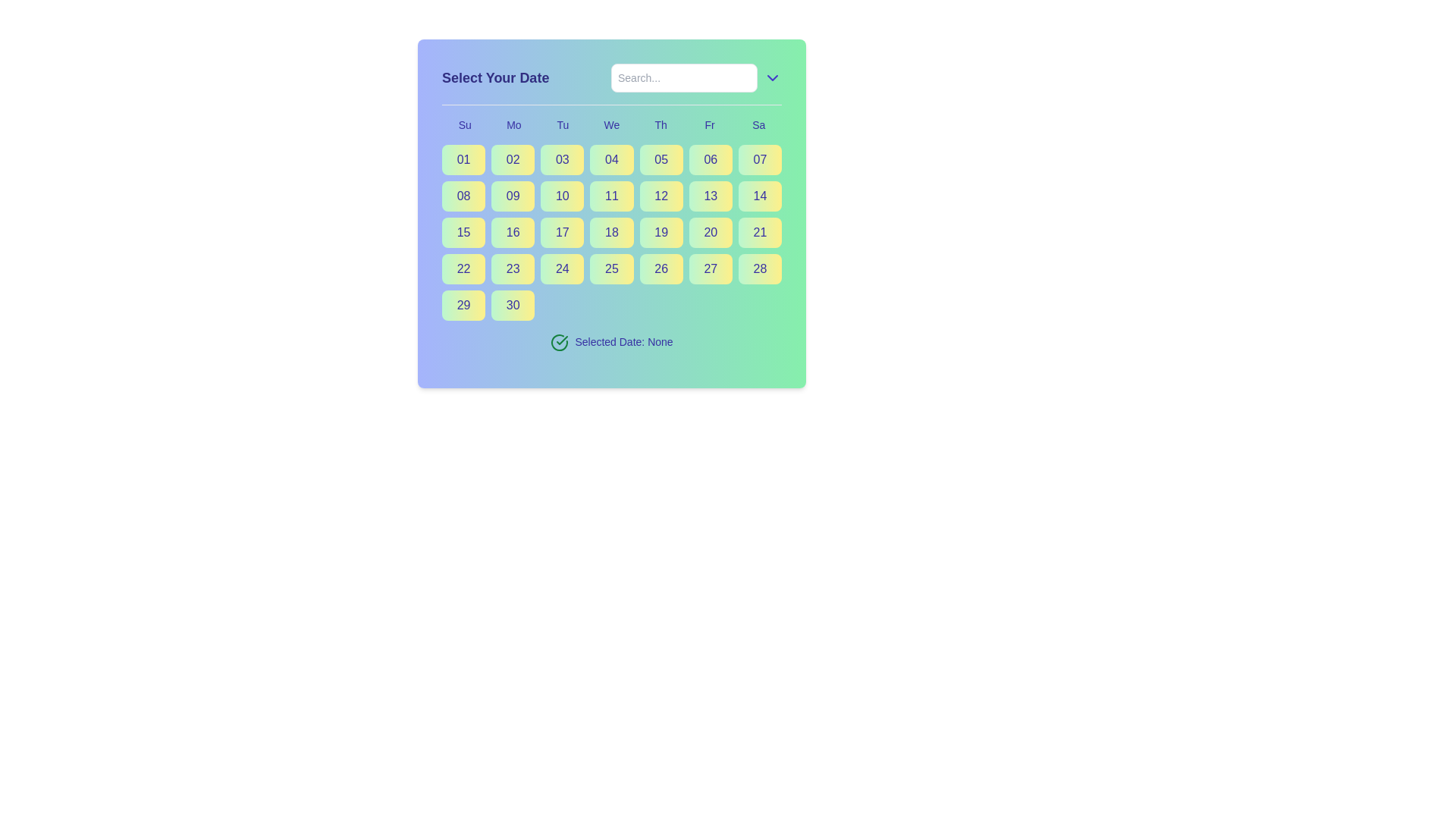 This screenshot has width=1456, height=819. I want to click on the button labeled '30', so click(513, 305).